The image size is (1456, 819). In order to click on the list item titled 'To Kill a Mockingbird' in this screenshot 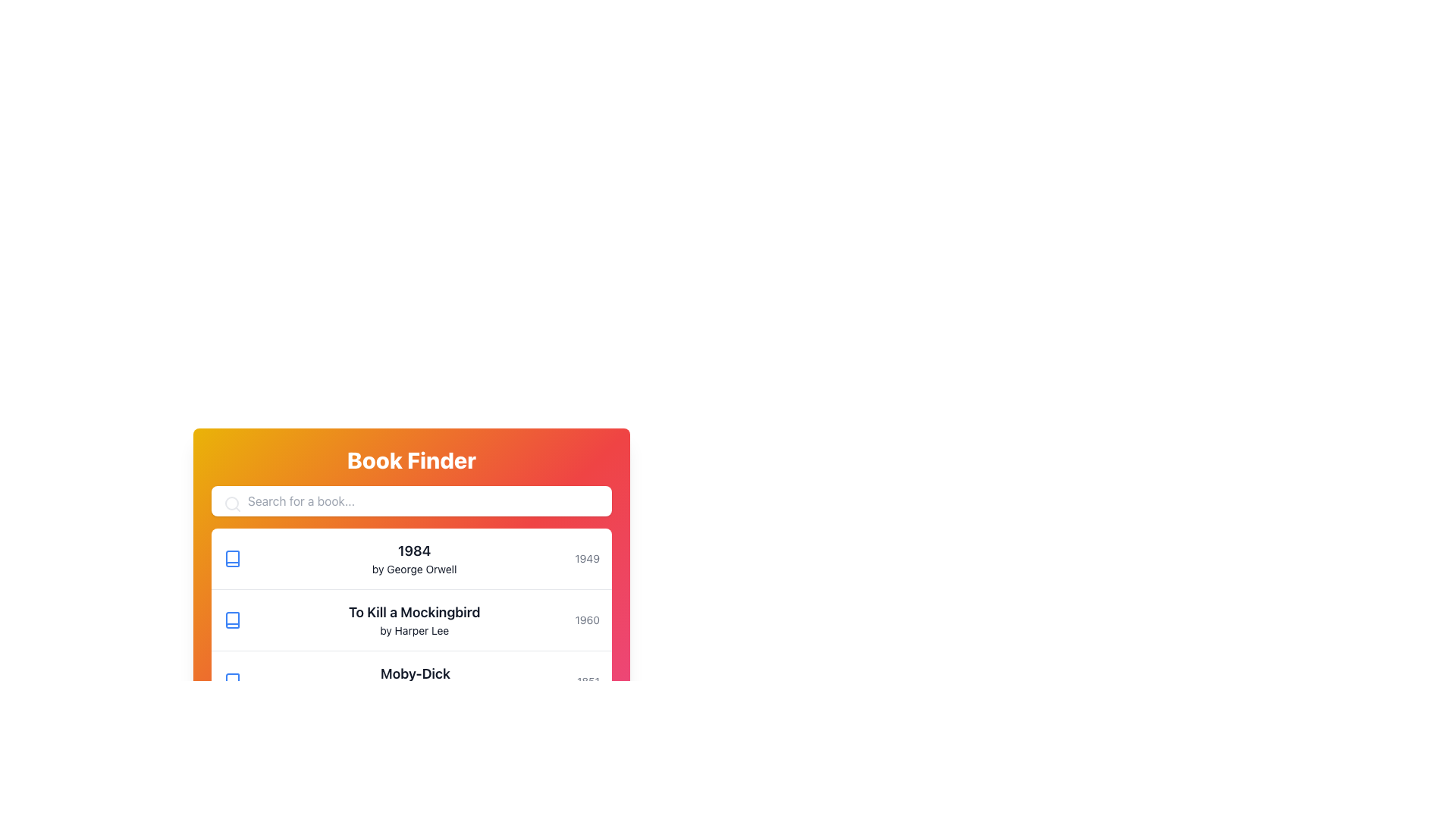, I will do `click(411, 620)`.